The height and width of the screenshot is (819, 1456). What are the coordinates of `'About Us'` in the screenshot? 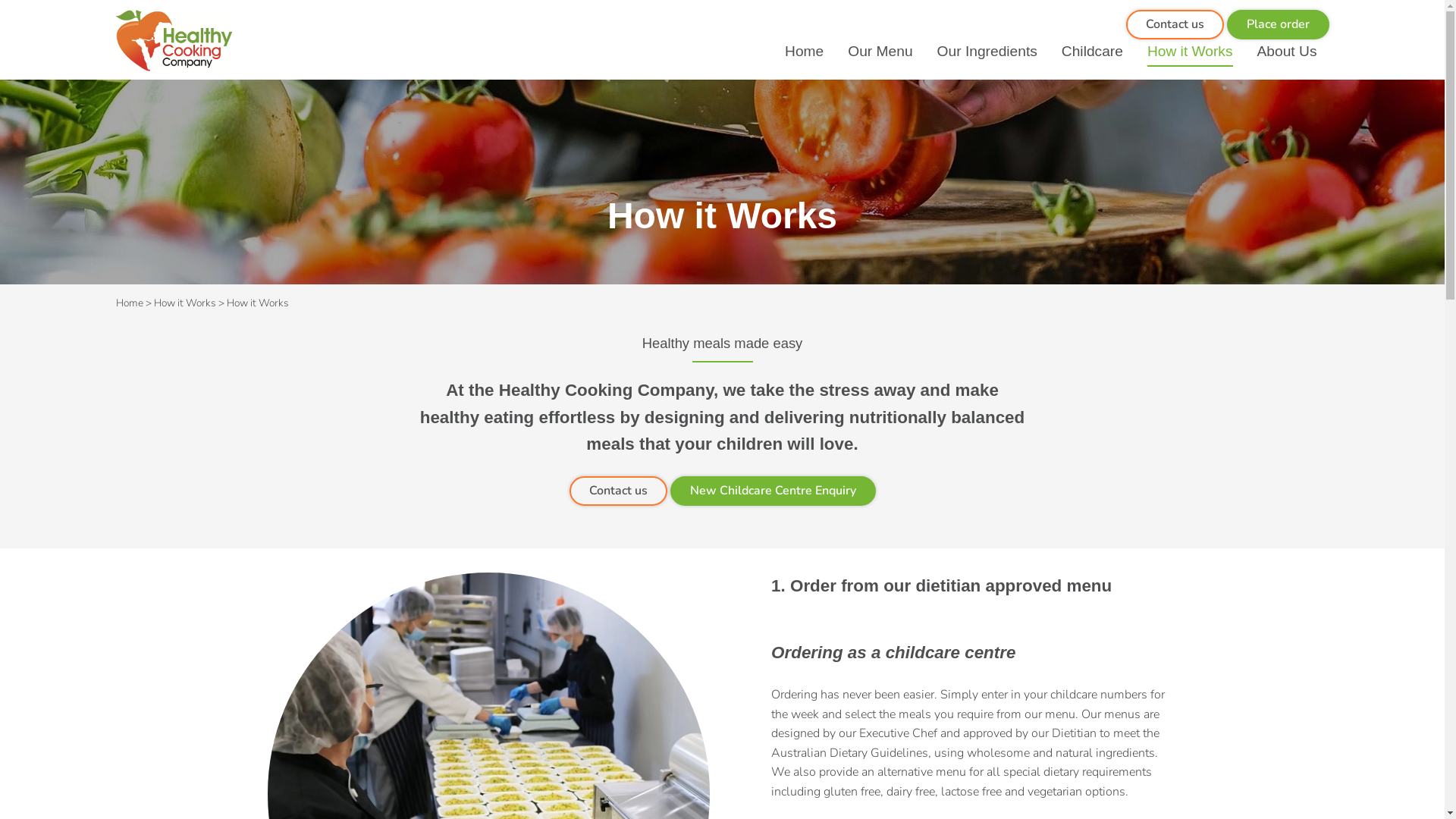 It's located at (1286, 51).